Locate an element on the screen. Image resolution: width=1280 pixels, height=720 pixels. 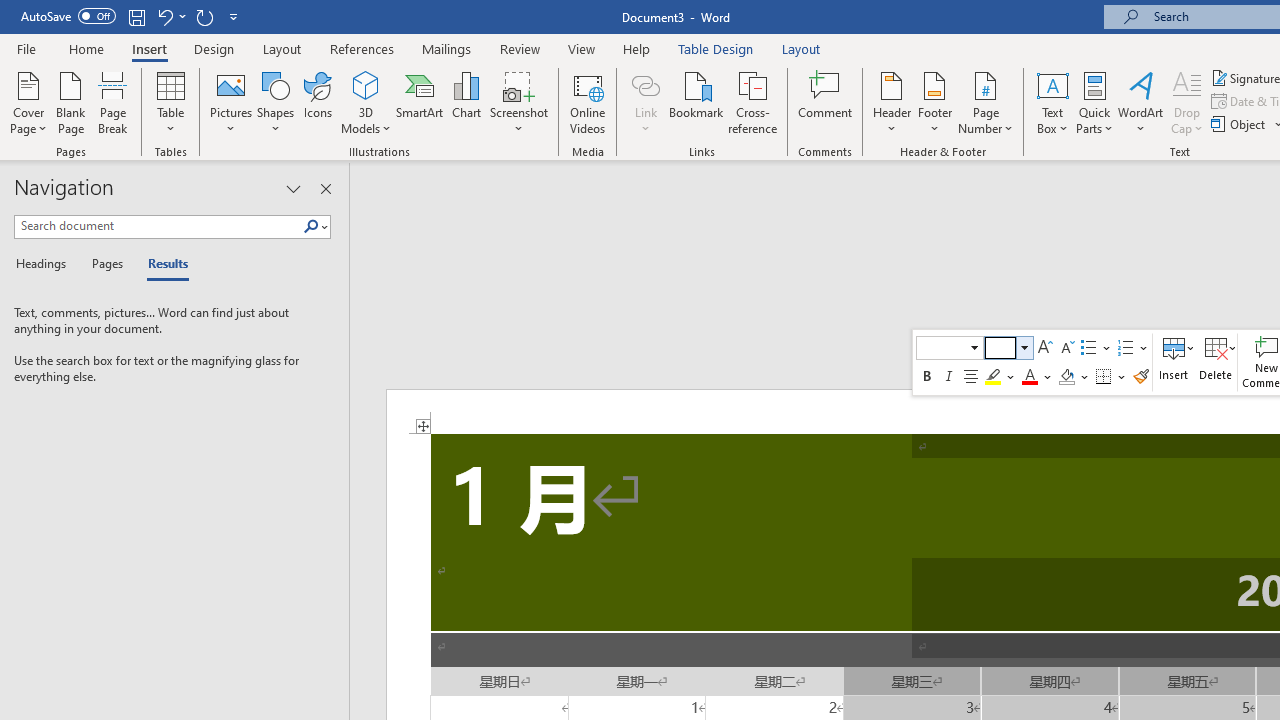
'Comment' is located at coordinates (825, 103).